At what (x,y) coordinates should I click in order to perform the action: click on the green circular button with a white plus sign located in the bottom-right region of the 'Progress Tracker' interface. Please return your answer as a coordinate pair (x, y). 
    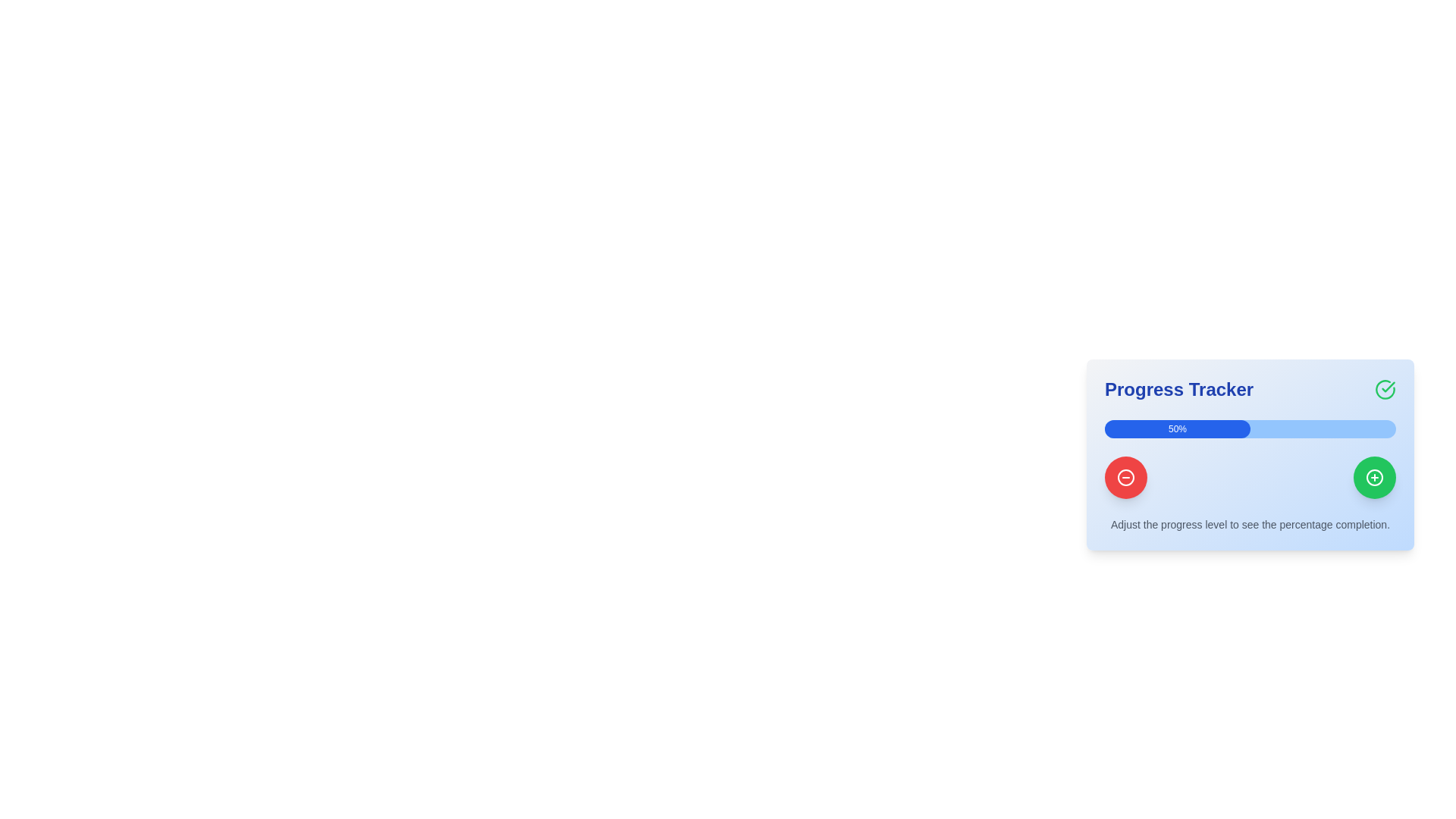
    Looking at the image, I should click on (1375, 476).